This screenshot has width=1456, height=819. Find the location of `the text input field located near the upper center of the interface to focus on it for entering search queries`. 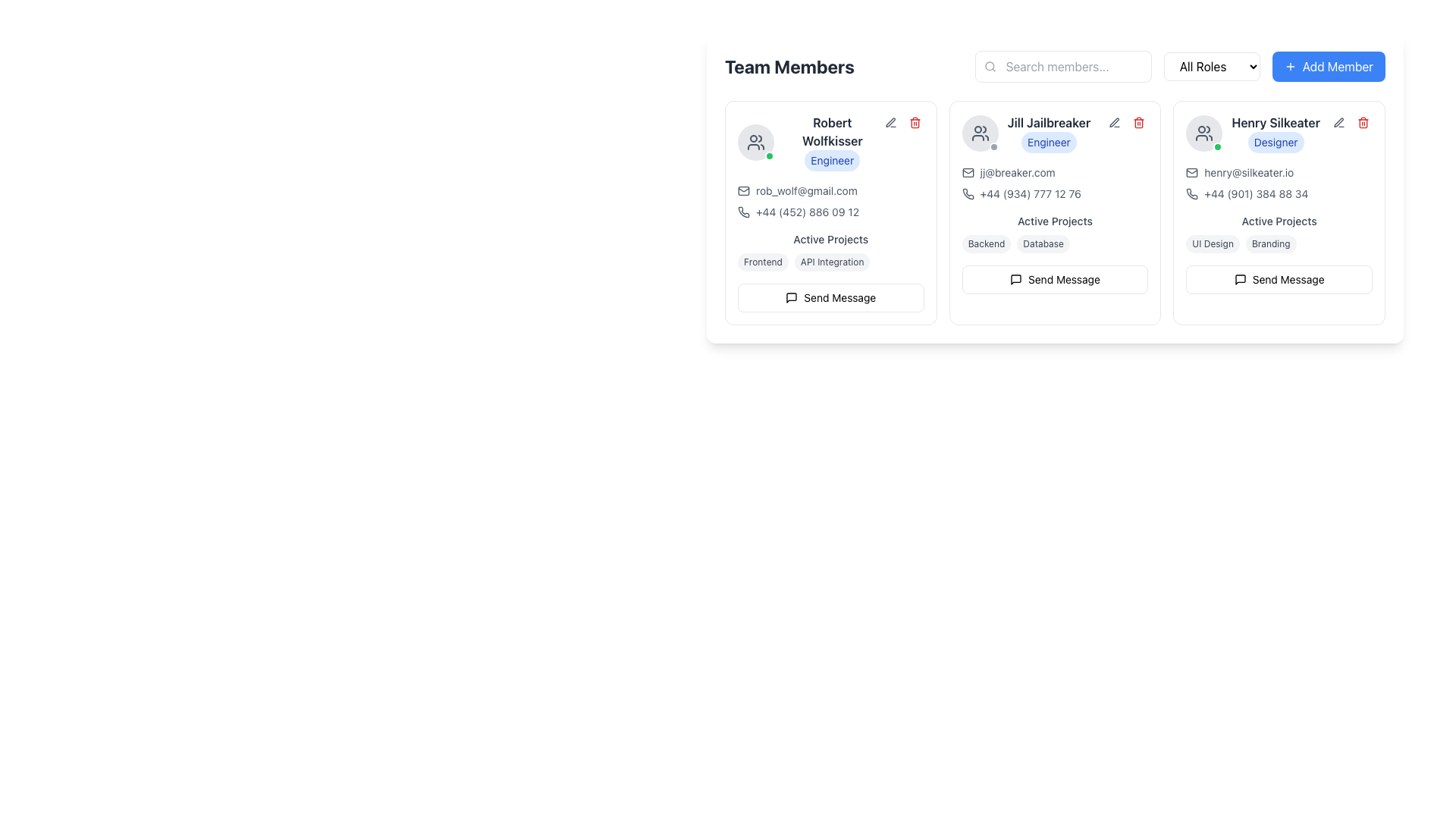

the text input field located near the upper center of the interface to focus on it for entering search queries is located at coordinates (1062, 66).